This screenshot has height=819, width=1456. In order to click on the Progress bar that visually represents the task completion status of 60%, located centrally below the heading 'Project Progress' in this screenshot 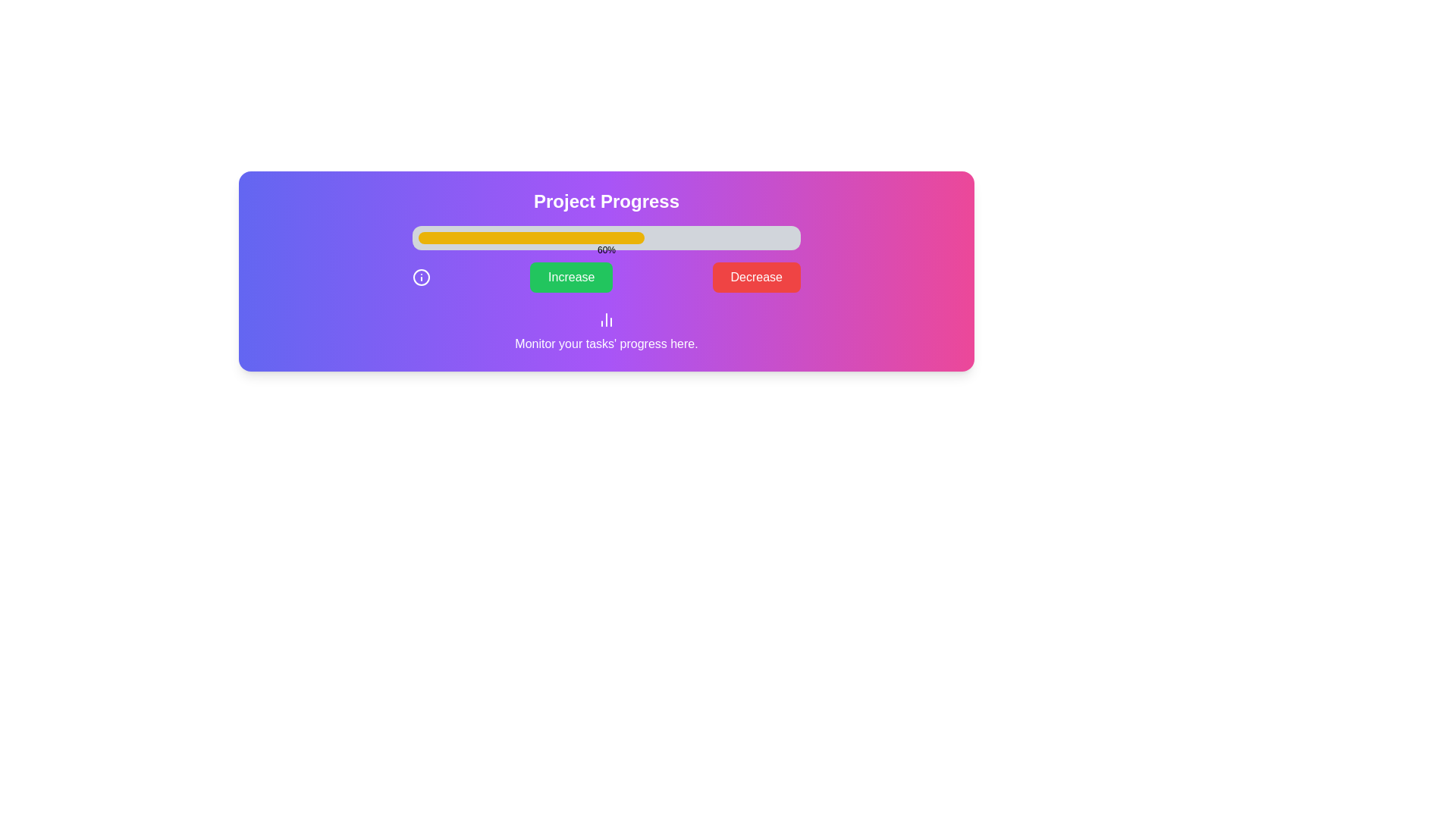, I will do `click(607, 237)`.